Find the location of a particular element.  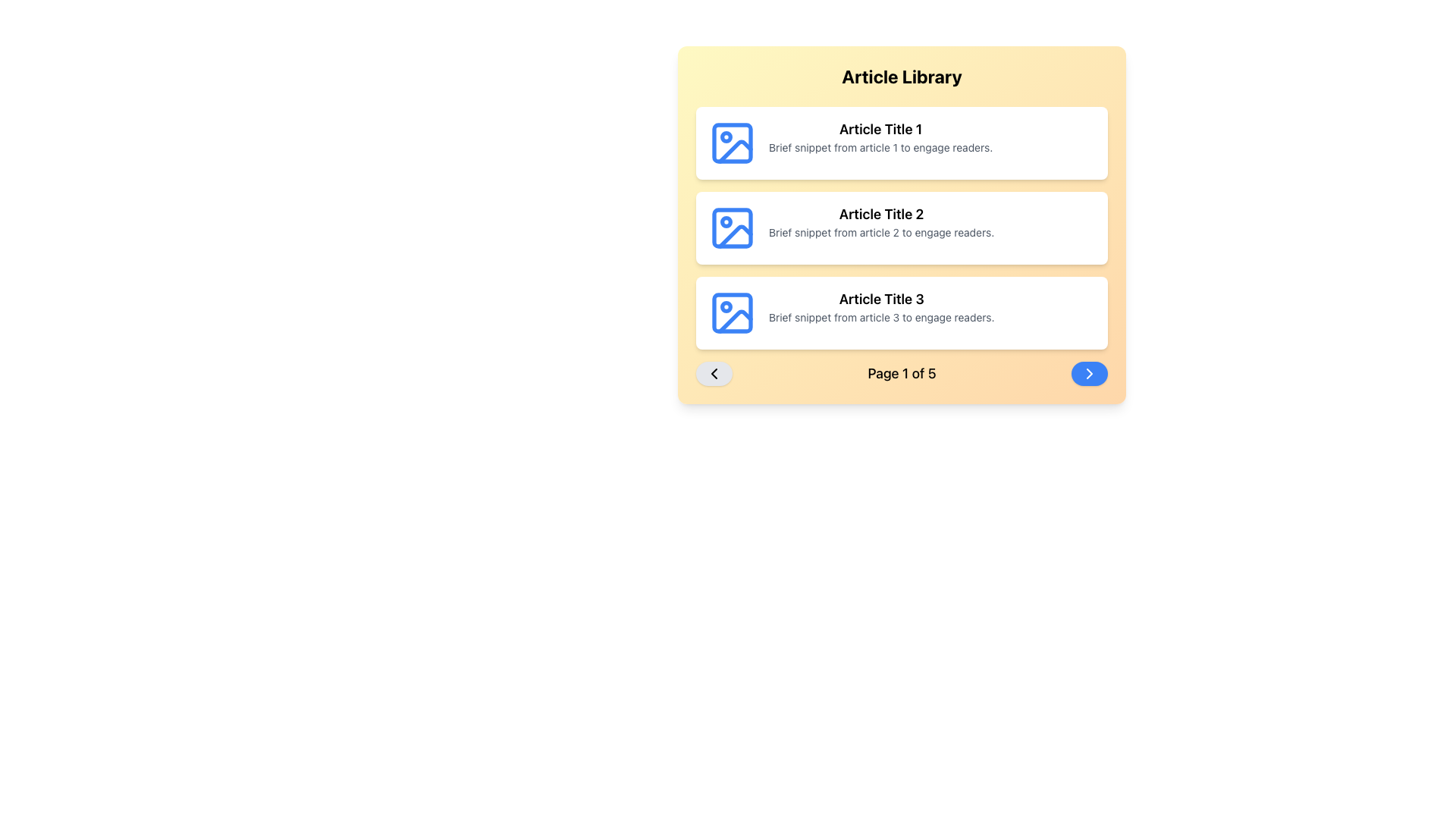

the second article preview in the list, which displays a title and brief description is located at coordinates (881, 222).